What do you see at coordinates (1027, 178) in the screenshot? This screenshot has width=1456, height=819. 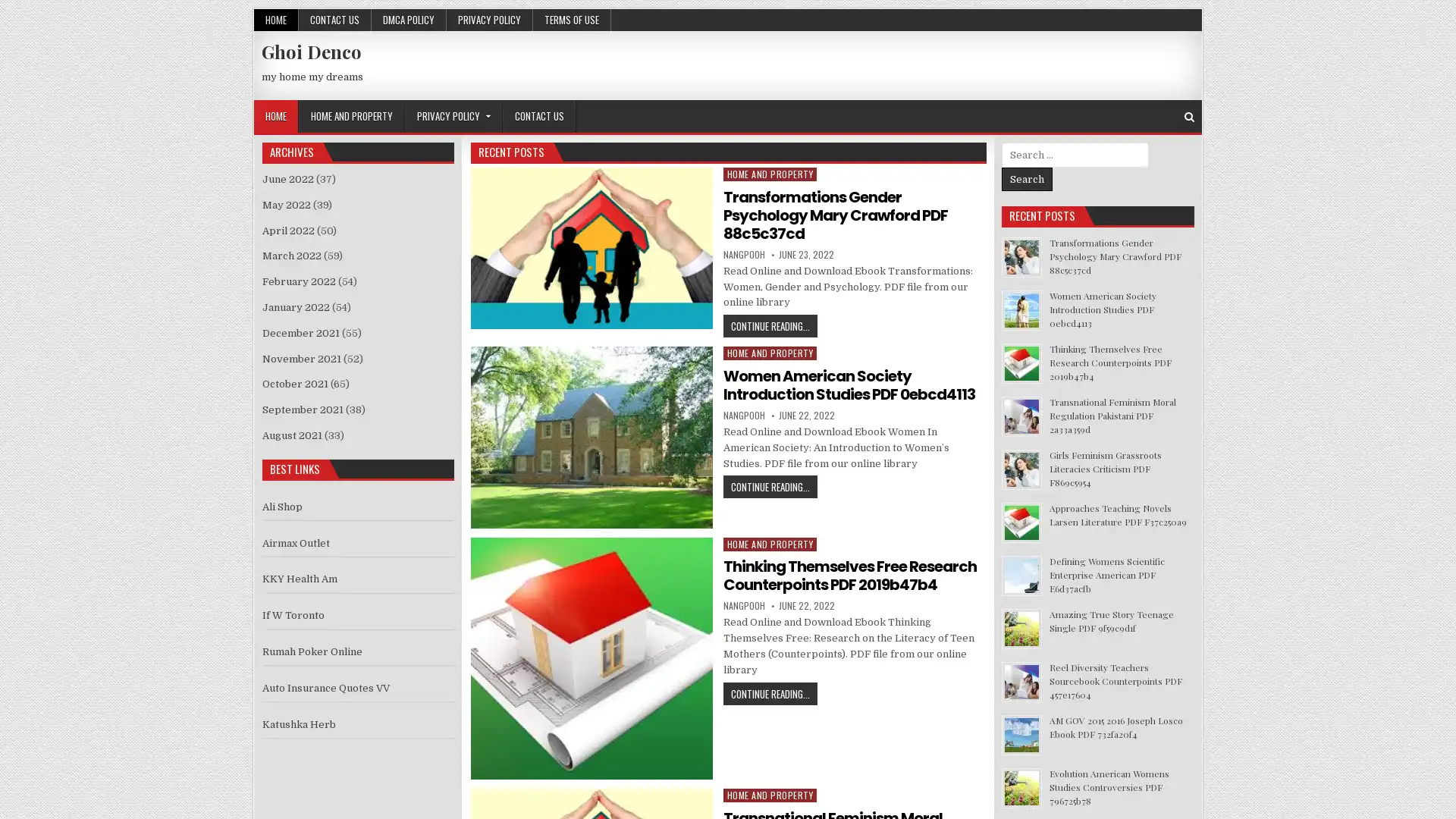 I see `Search` at bounding box center [1027, 178].